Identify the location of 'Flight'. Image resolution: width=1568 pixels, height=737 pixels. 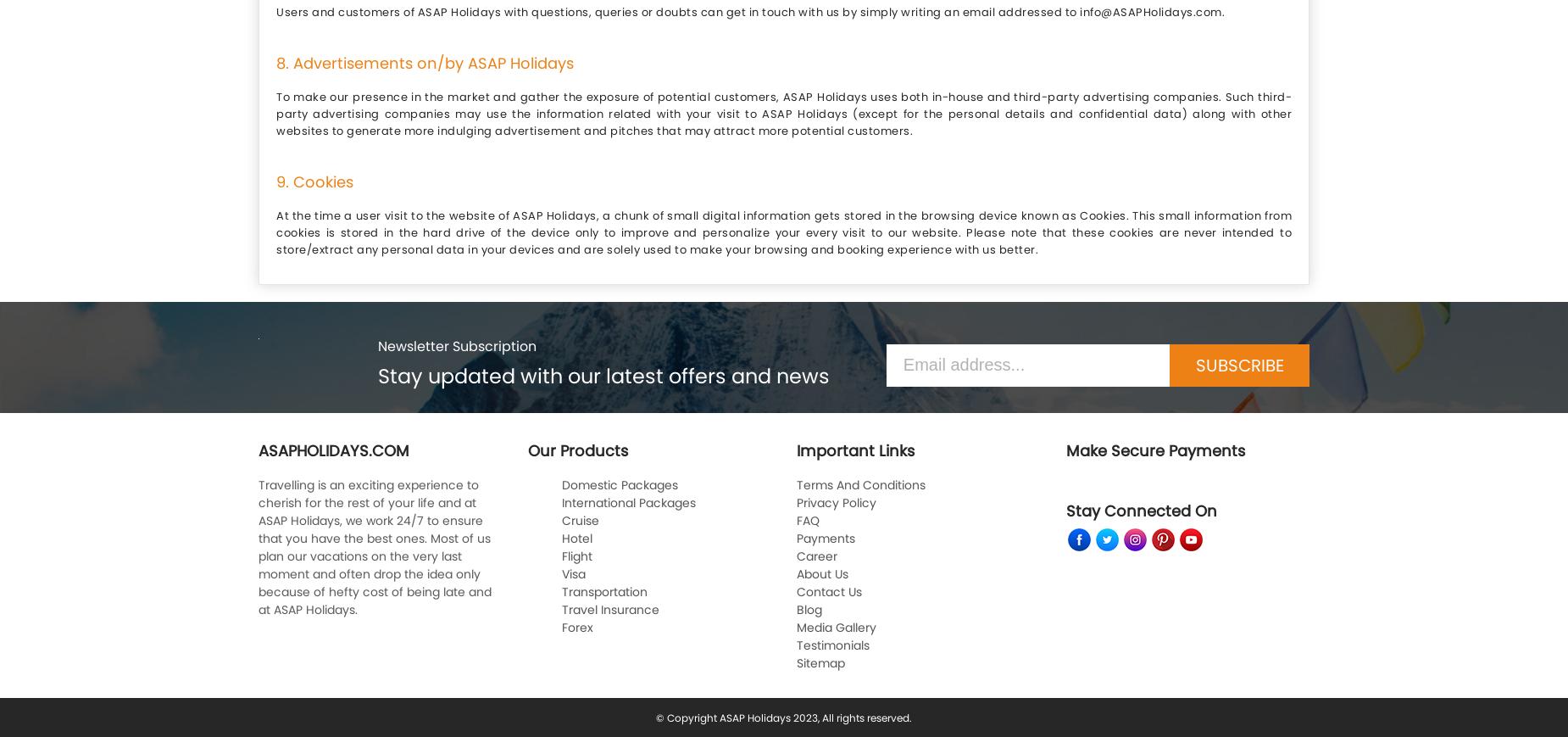
(576, 555).